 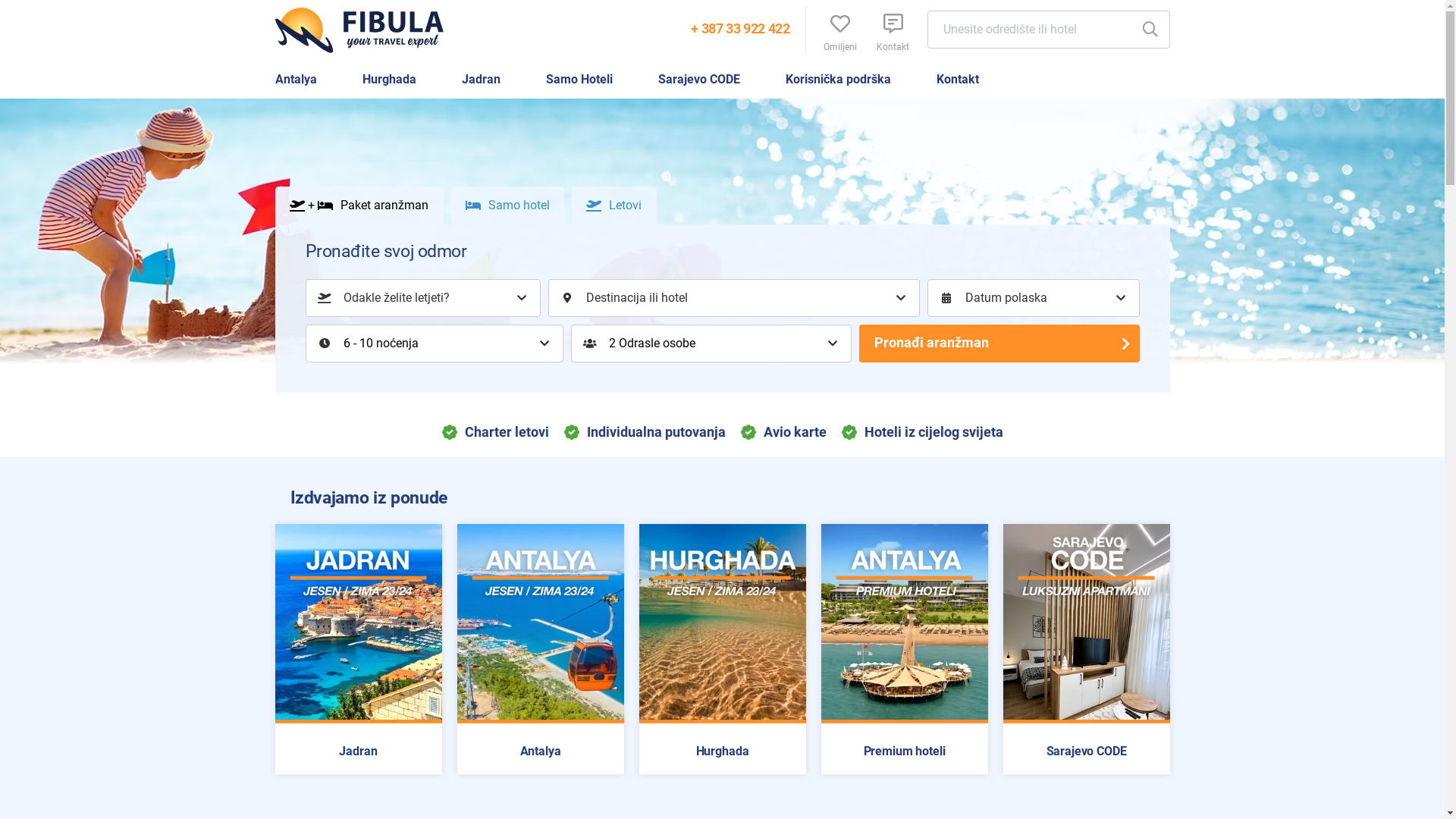 What do you see at coordinates (839, 30) in the screenshot?
I see `'Omiljeni'` at bounding box center [839, 30].